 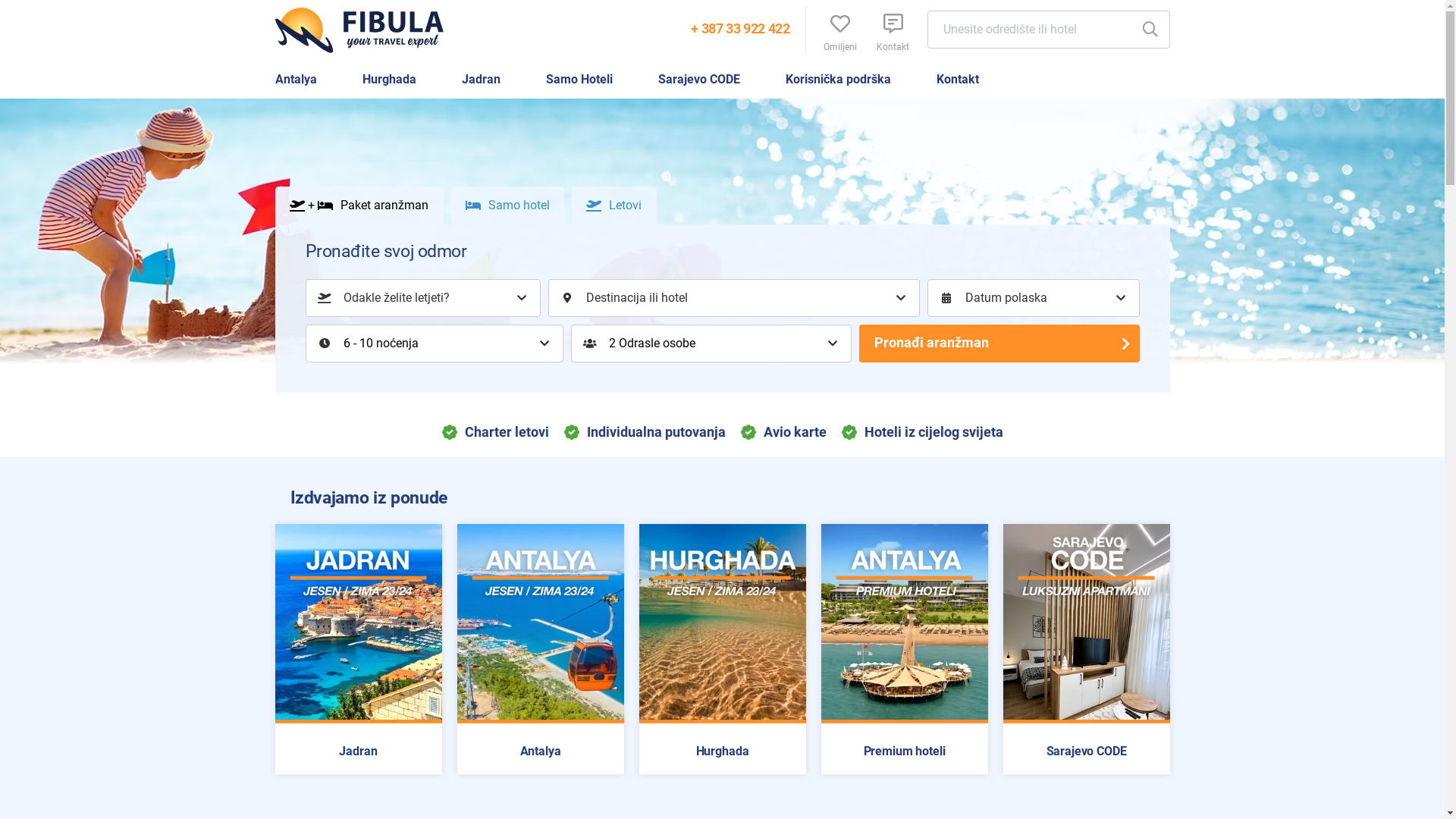 What do you see at coordinates (839, 30) in the screenshot?
I see `'Omiljeni'` at bounding box center [839, 30].